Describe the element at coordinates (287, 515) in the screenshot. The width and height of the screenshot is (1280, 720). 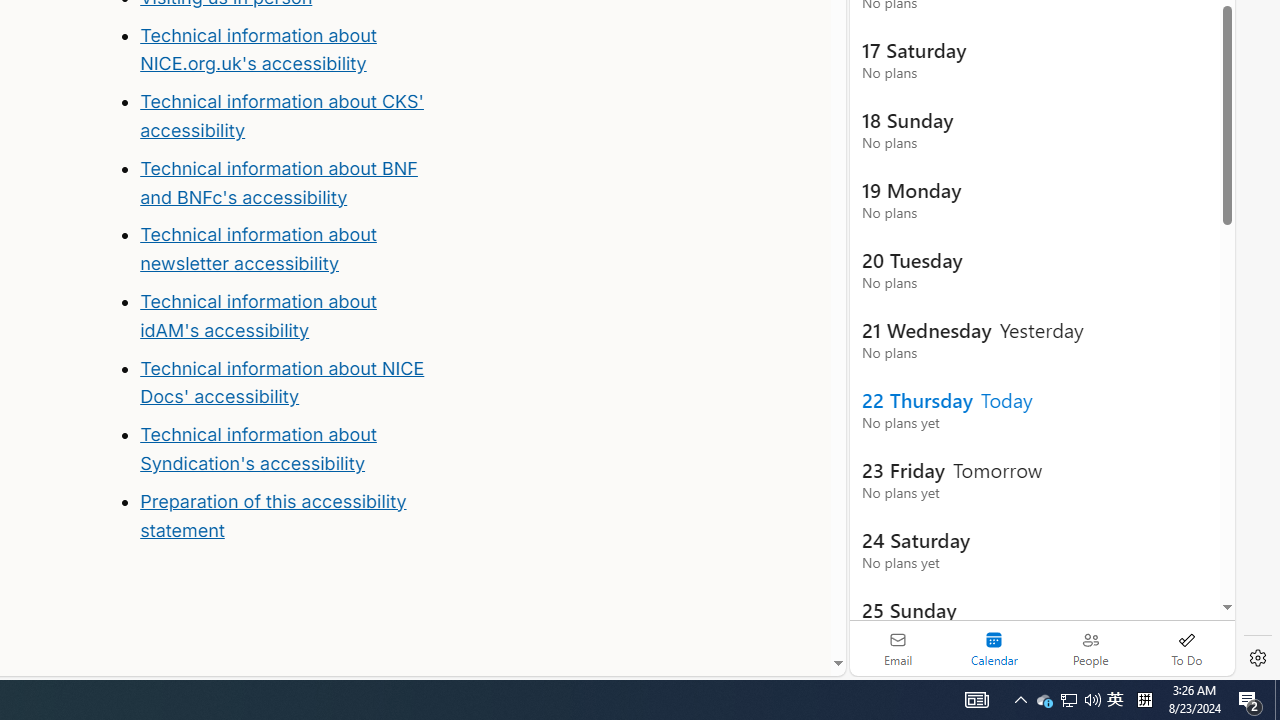
I see `'Preparation of this accessibility statement'` at that location.